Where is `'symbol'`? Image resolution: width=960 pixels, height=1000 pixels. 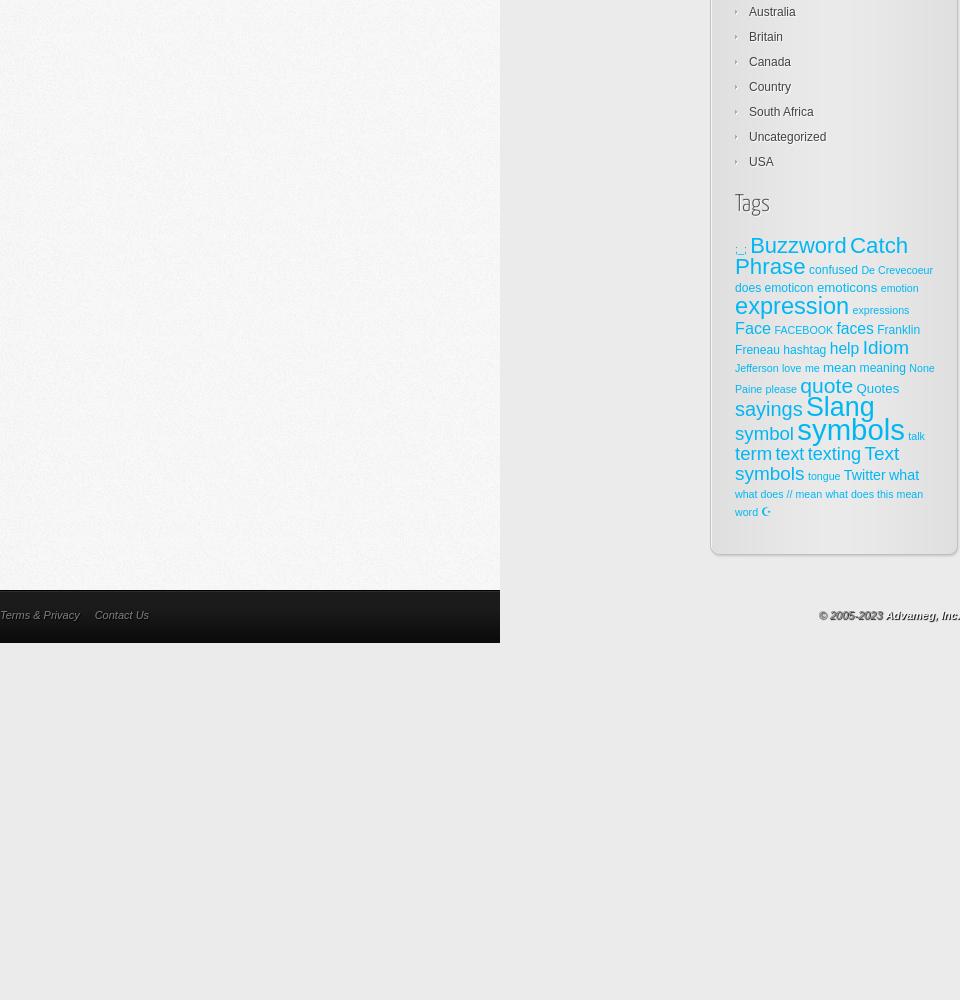
'symbol' is located at coordinates (763, 433).